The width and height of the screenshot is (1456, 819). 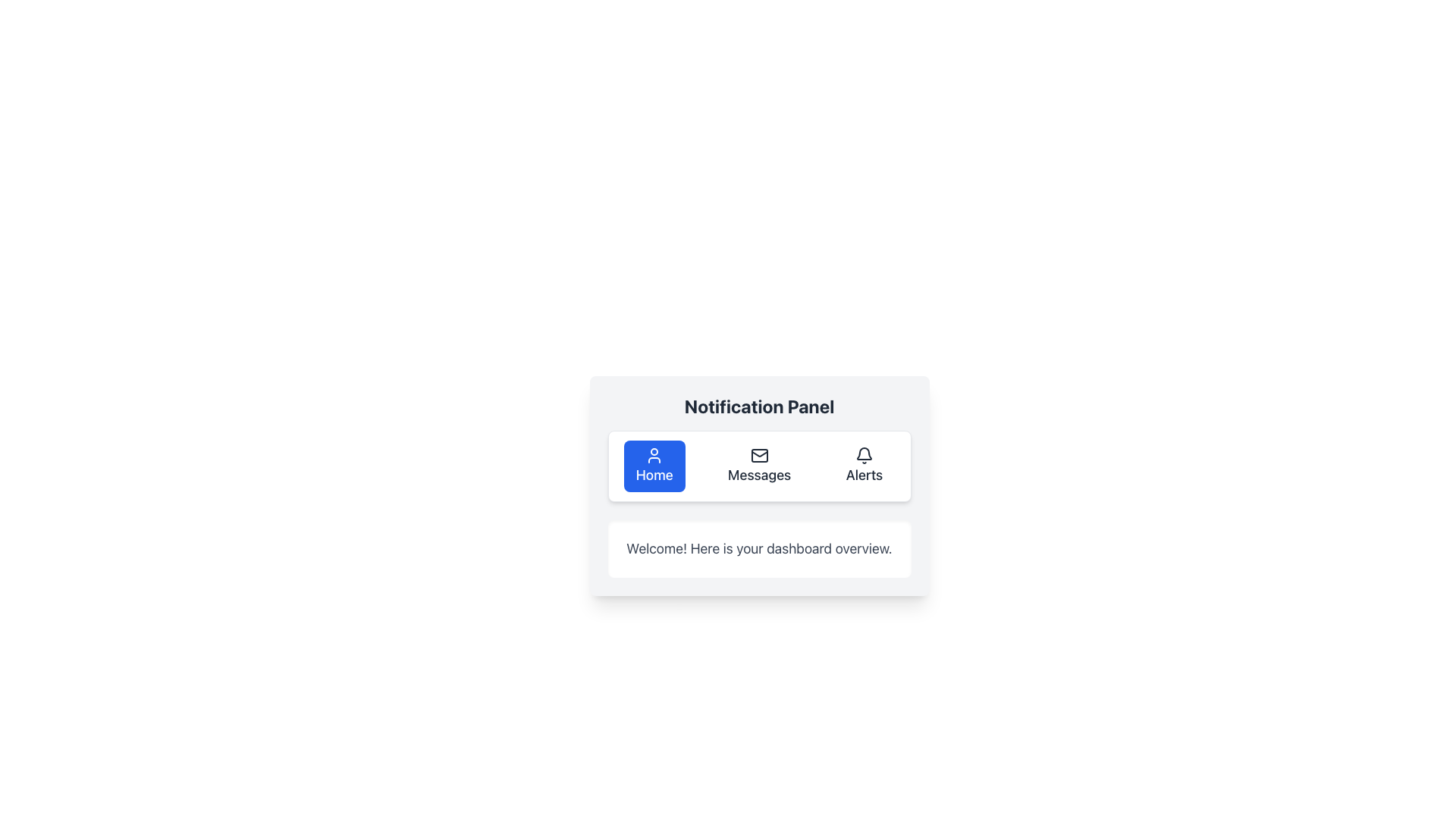 What do you see at coordinates (864, 475) in the screenshot?
I see `the 'Alerts' text label in the horizontal navigation menu, which is the third item and is positioned next to the 'Messages' item` at bounding box center [864, 475].